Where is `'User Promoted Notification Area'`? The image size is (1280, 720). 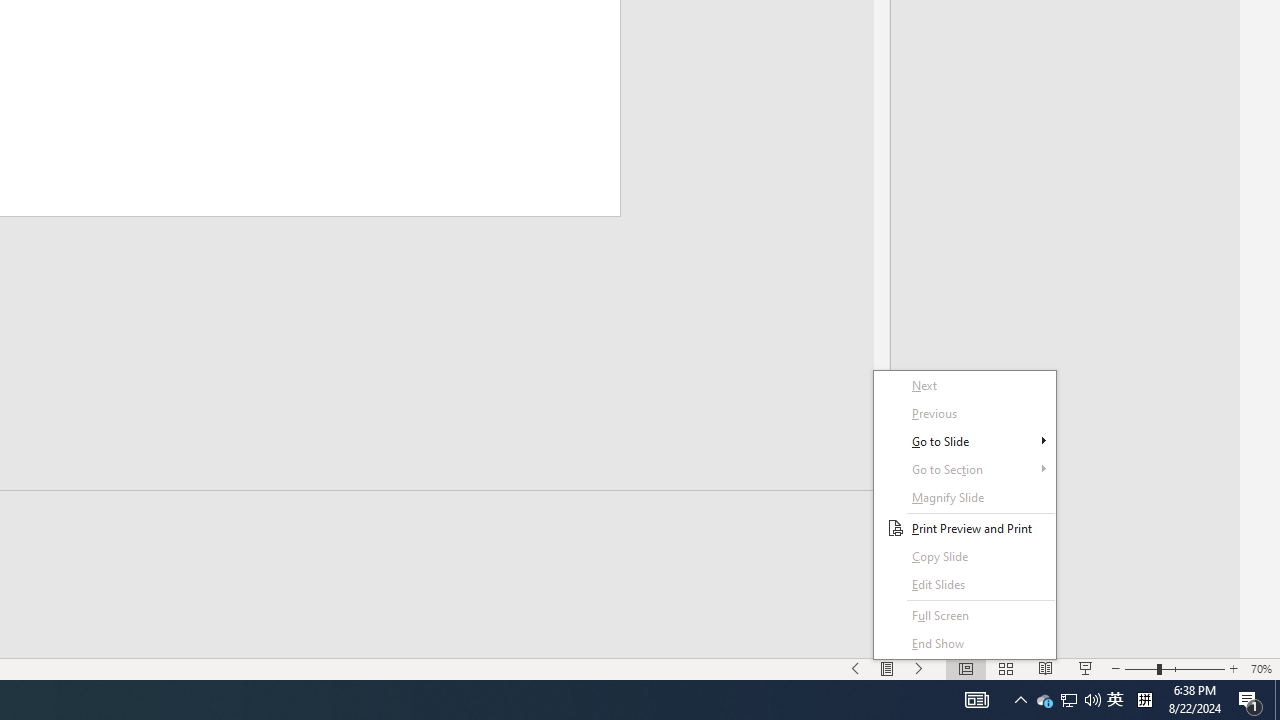
'User Promoted Notification Area' is located at coordinates (1092, 698).